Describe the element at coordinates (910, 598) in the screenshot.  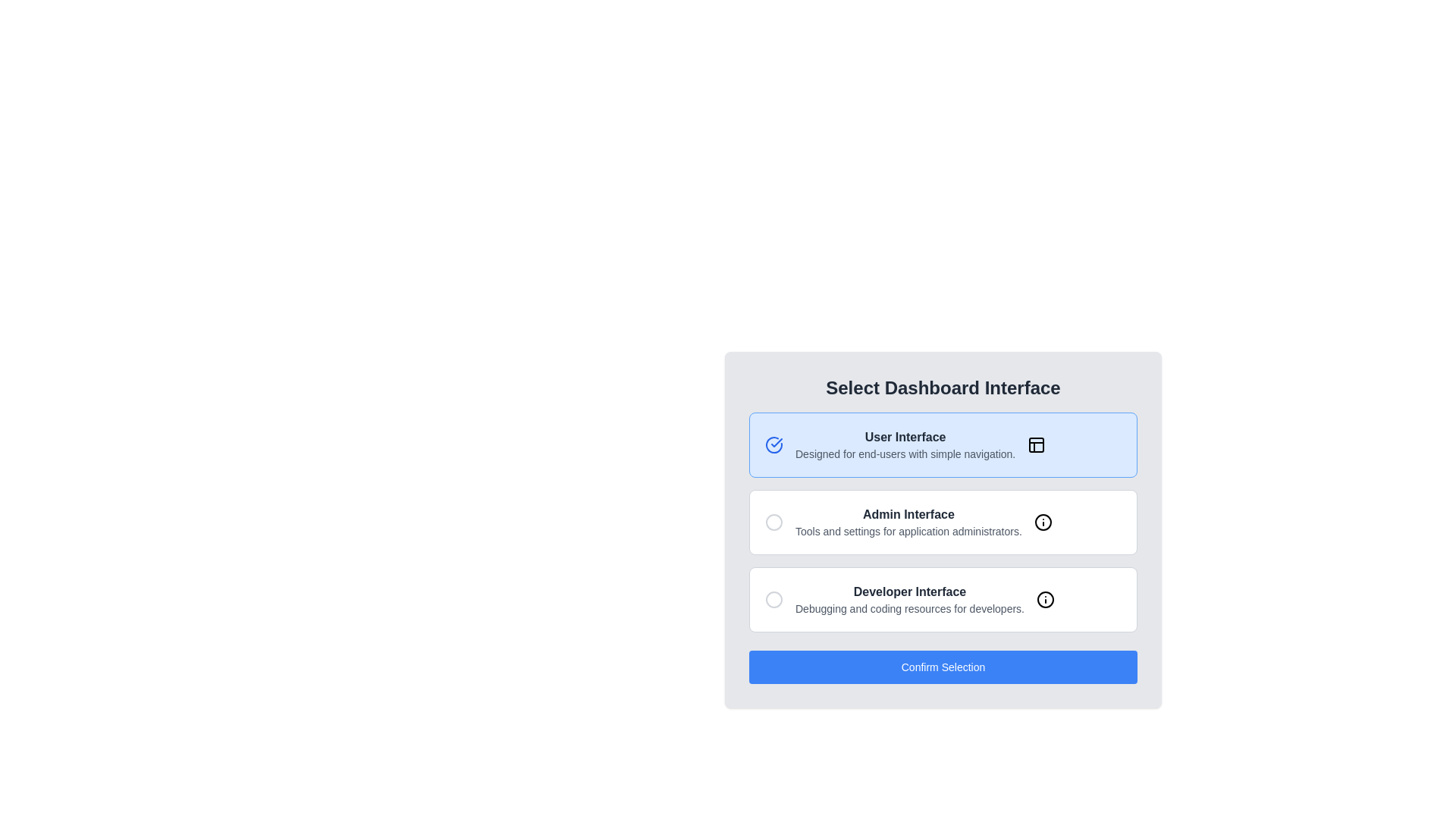
I see `the 'Developer Interface' text label, which features bold dark gray text with a description below it in lighter gray, located in the third card of the vertical list of interface selection cards` at that location.